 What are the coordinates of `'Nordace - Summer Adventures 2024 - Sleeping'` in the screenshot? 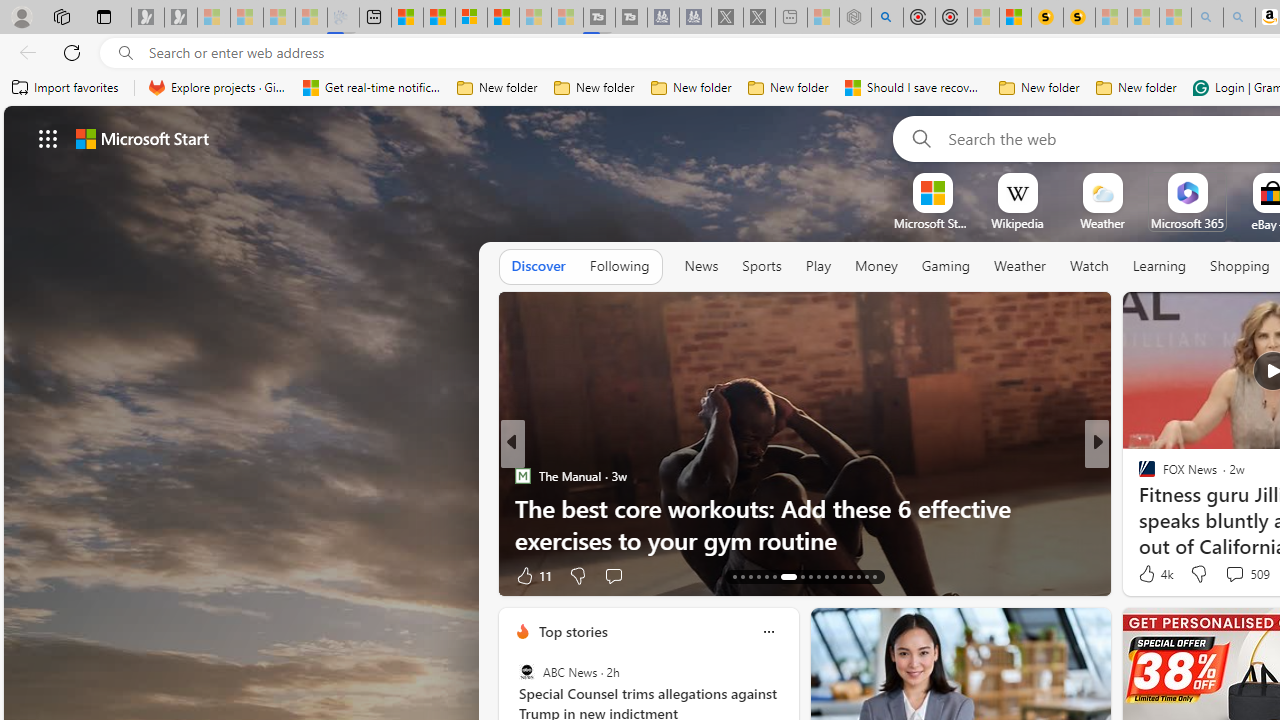 It's located at (855, 17).